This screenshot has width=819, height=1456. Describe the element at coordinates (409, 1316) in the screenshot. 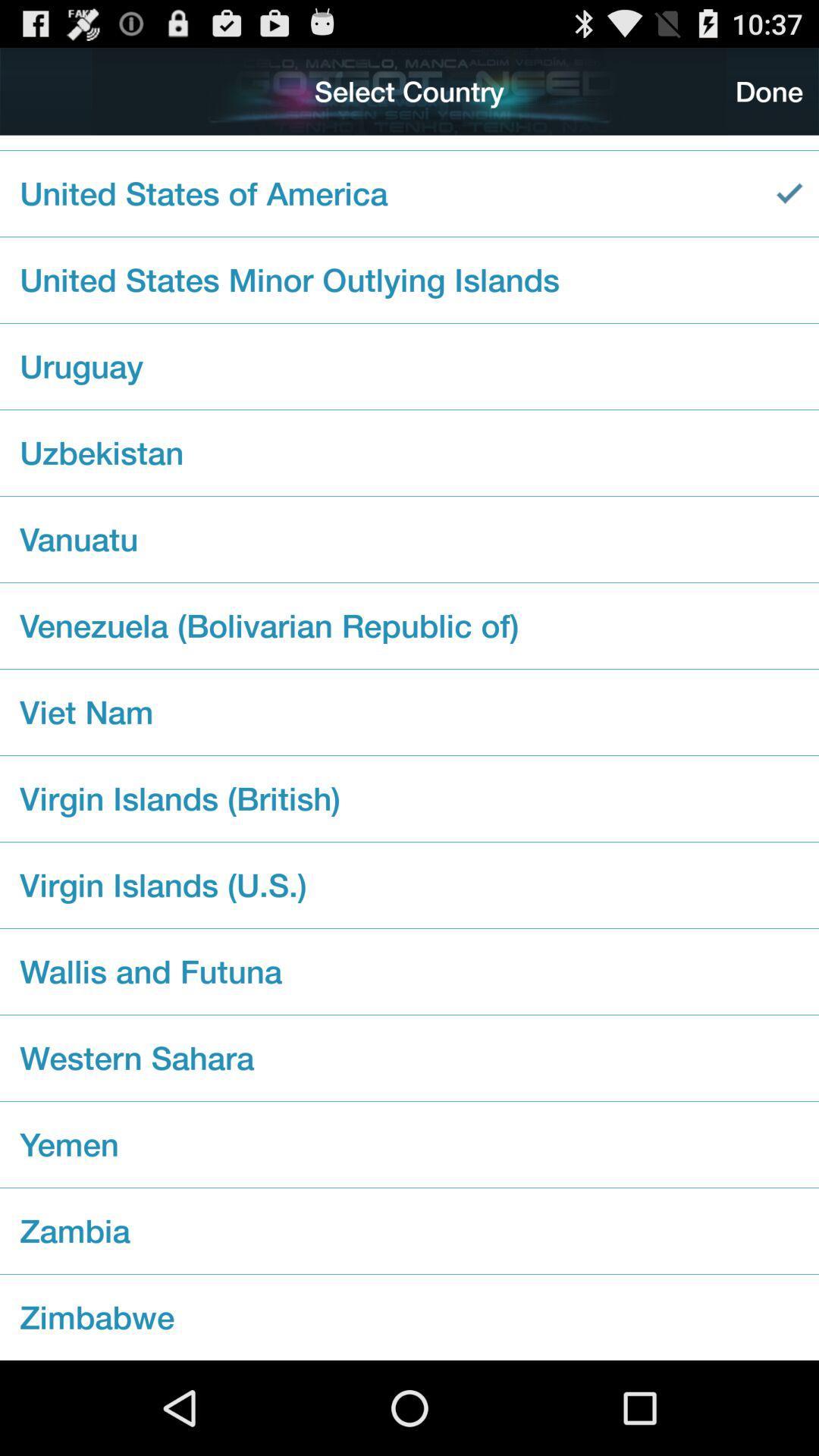

I see `the checkbox below zambia checkbox` at that location.